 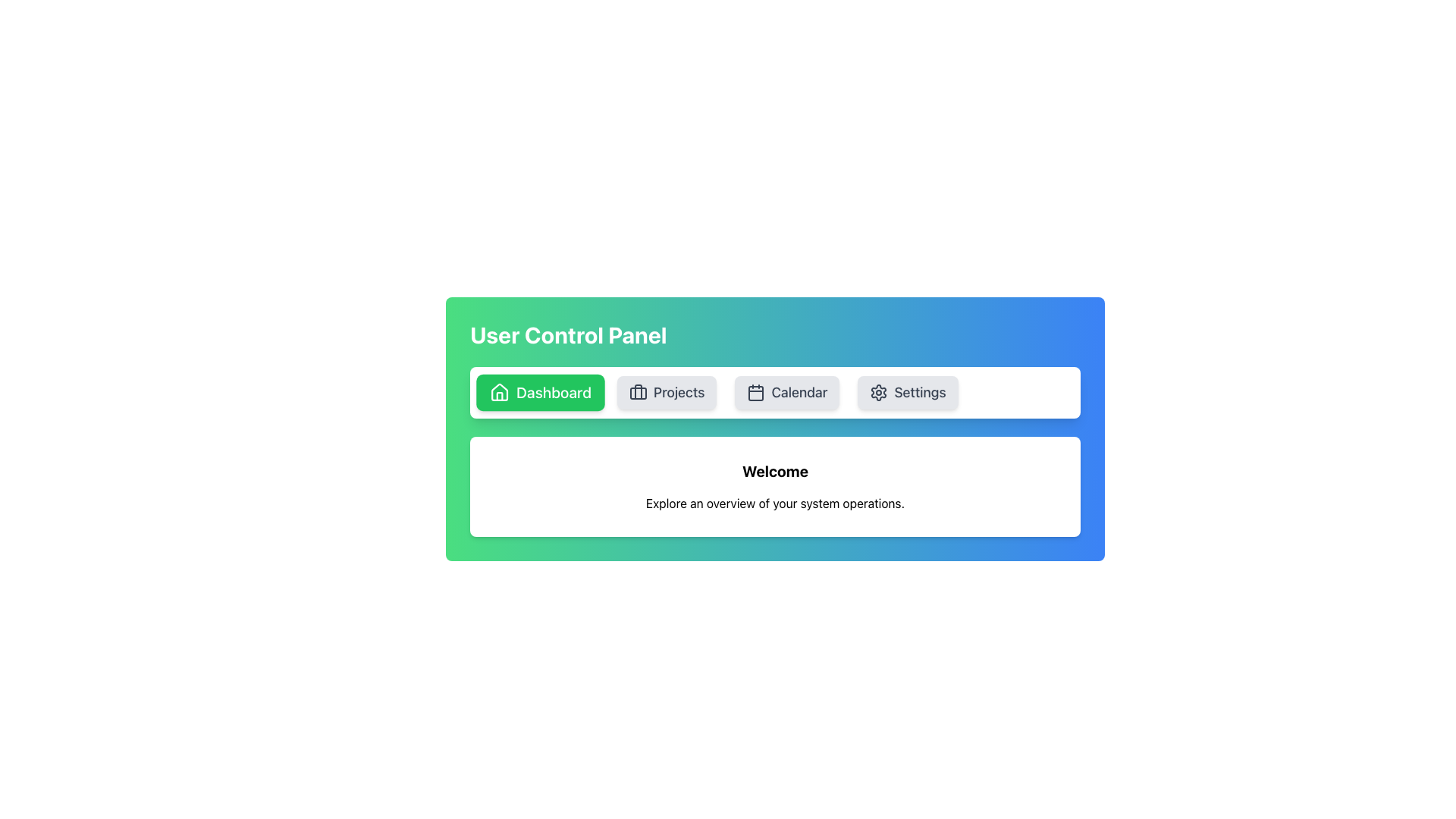 I want to click on the settings button located, so click(x=908, y=391).